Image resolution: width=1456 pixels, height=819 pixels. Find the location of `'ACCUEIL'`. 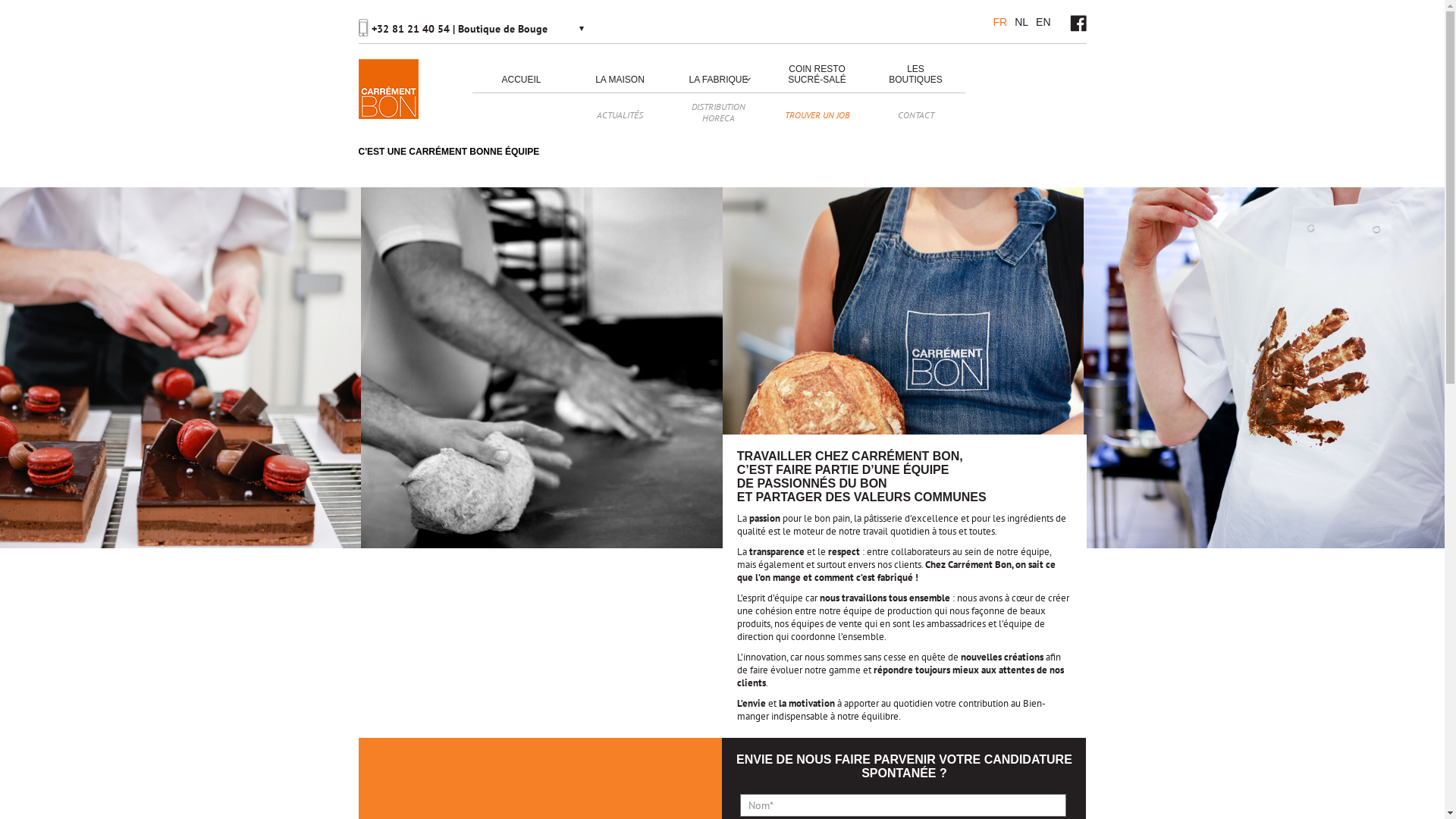

'ACCUEIL' is located at coordinates (520, 76).